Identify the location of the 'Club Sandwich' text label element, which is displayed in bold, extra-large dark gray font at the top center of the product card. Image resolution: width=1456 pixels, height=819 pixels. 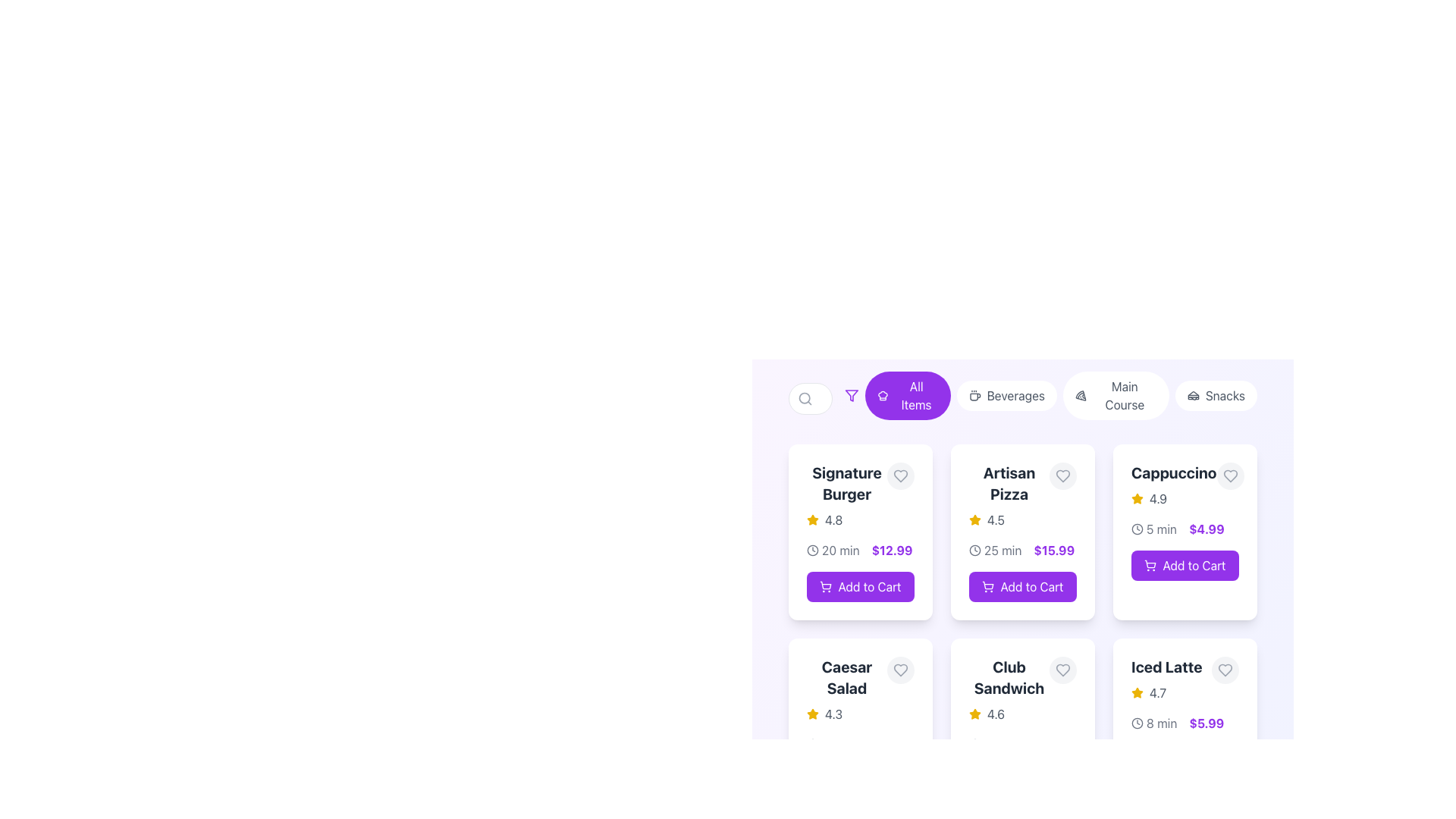
(1009, 677).